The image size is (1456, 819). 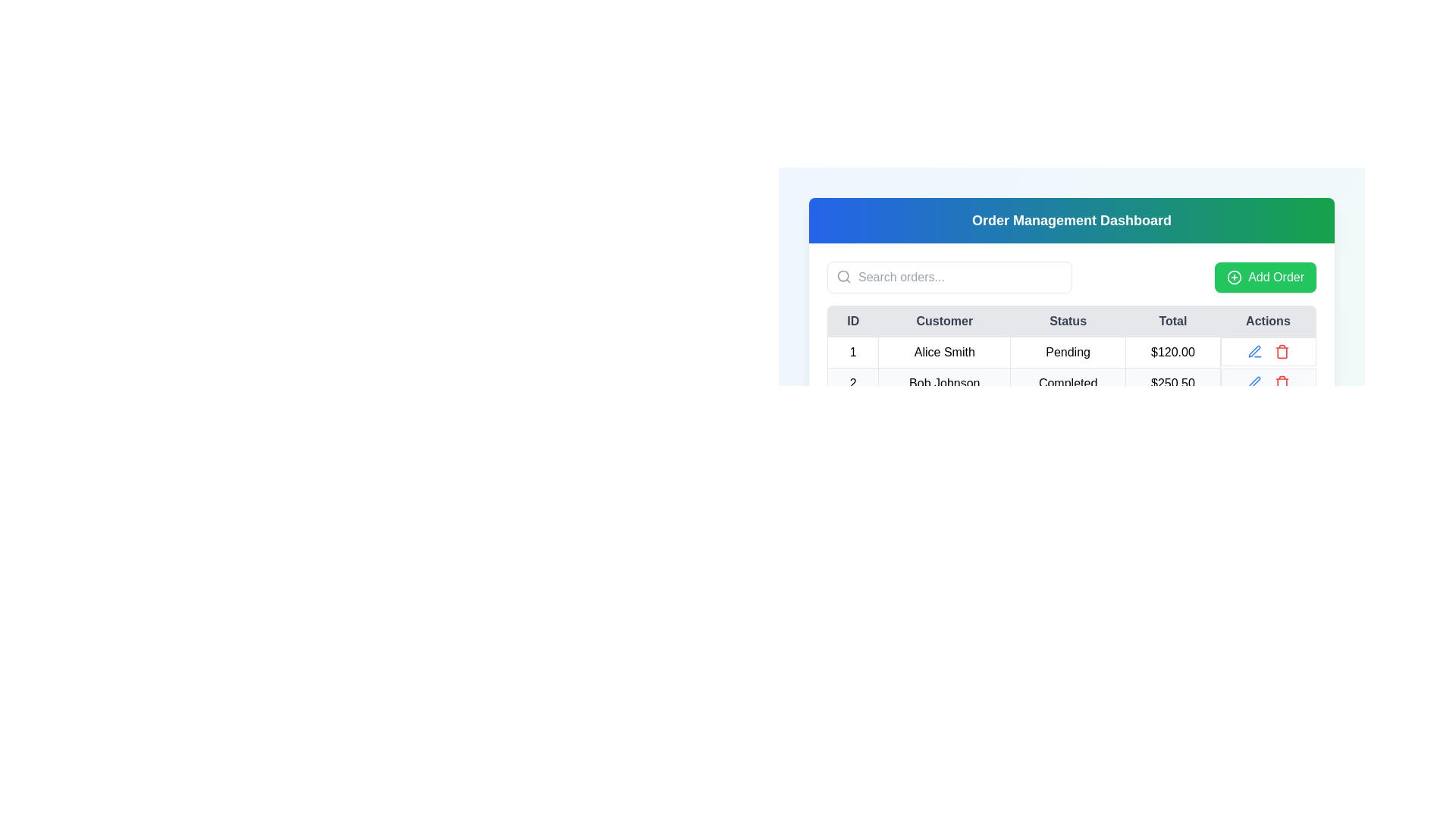 I want to click on the first row of the table that displays order details, including ID, customer name, status, total, and actions, so click(x=1071, y=368).